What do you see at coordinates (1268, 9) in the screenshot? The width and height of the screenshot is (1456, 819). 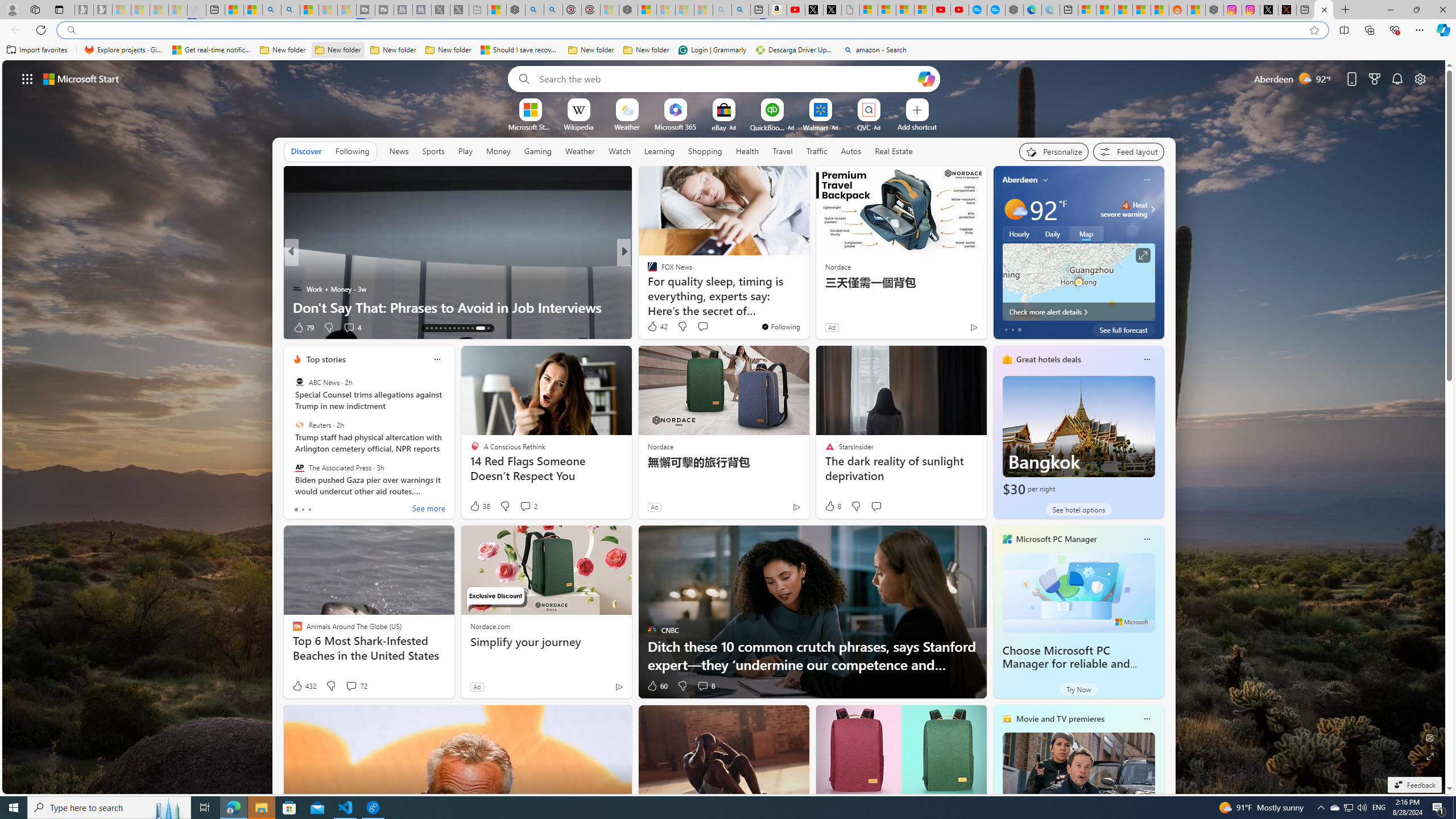 I see `'Log in to X / X'` at bounding box center [1268, 9].